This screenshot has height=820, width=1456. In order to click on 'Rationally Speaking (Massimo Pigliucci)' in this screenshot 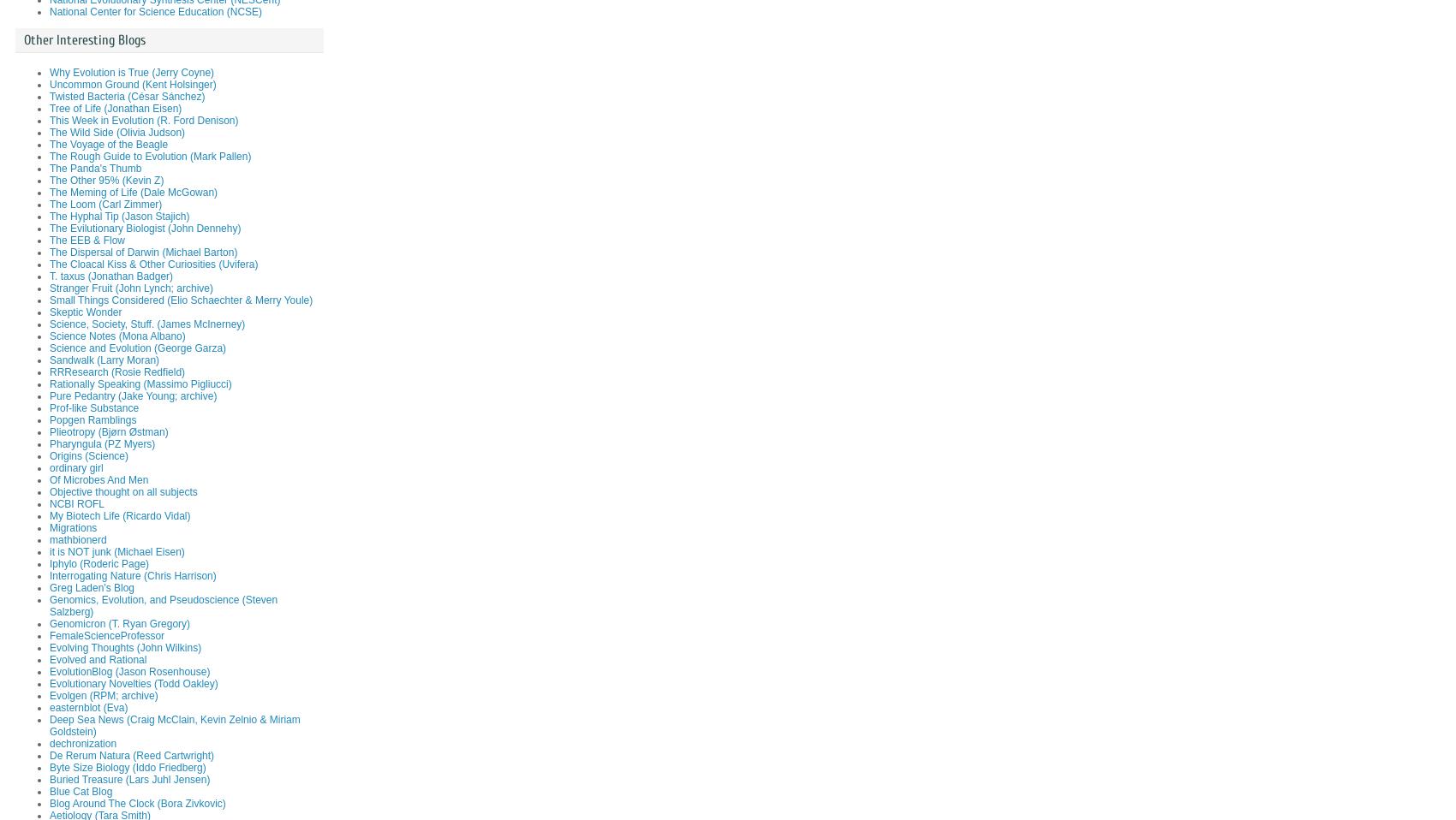, I will do `click(140, 384)`.